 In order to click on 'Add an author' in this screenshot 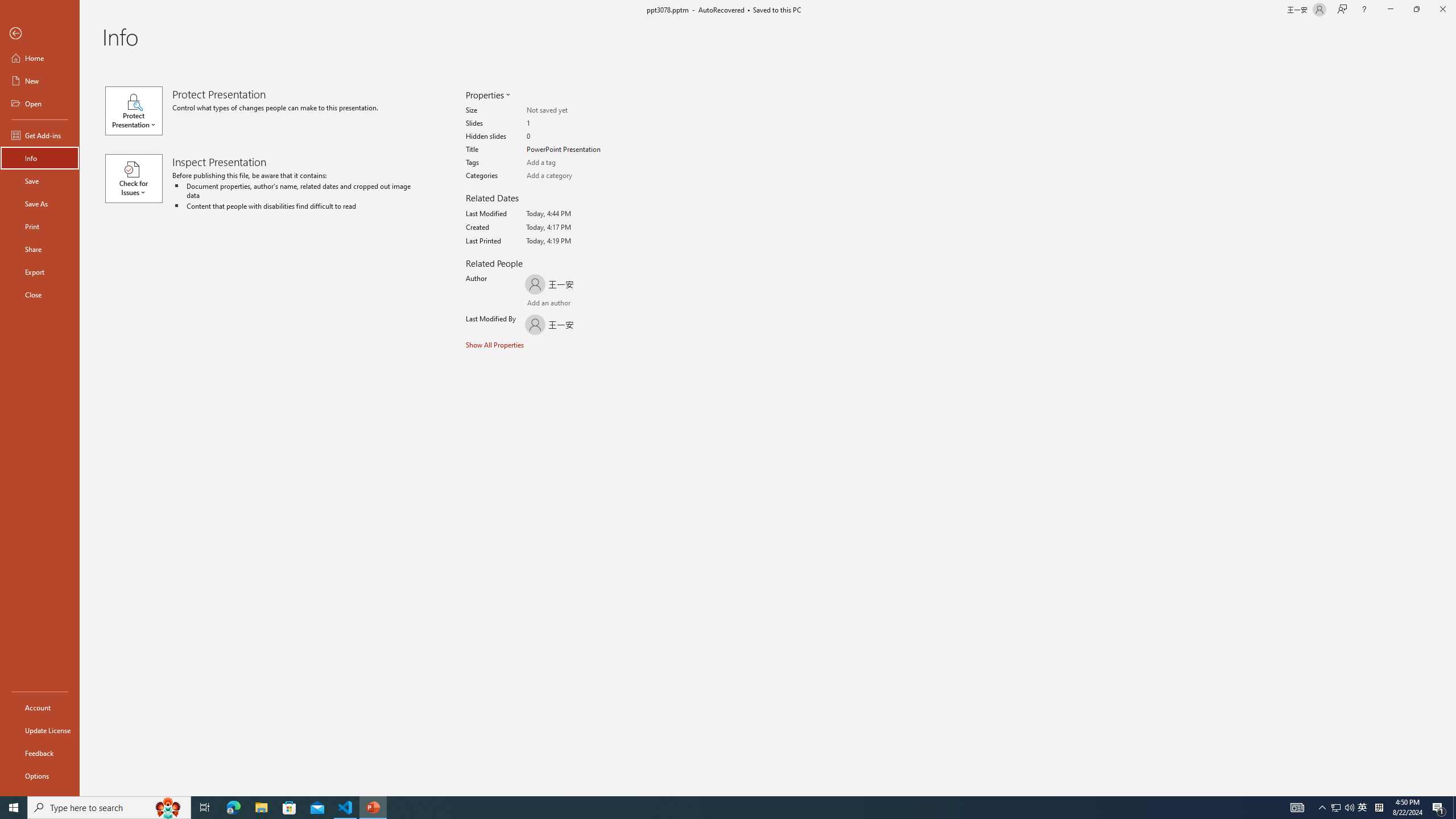, I will do `click(538, 303)`.